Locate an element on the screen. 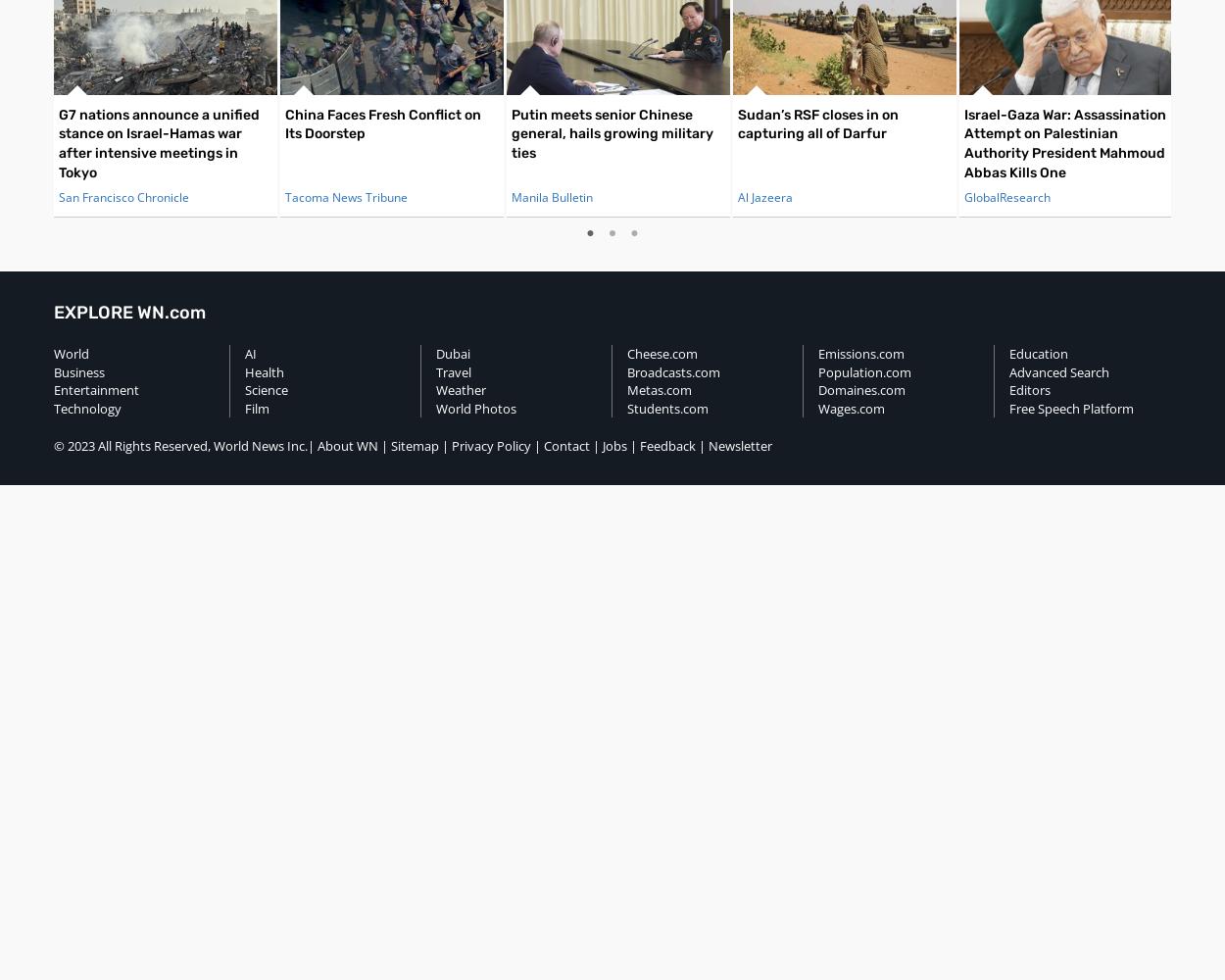 The height and width of the screenshot is (980, 1225). 'Editors' is located at coordinates (1030, 390).